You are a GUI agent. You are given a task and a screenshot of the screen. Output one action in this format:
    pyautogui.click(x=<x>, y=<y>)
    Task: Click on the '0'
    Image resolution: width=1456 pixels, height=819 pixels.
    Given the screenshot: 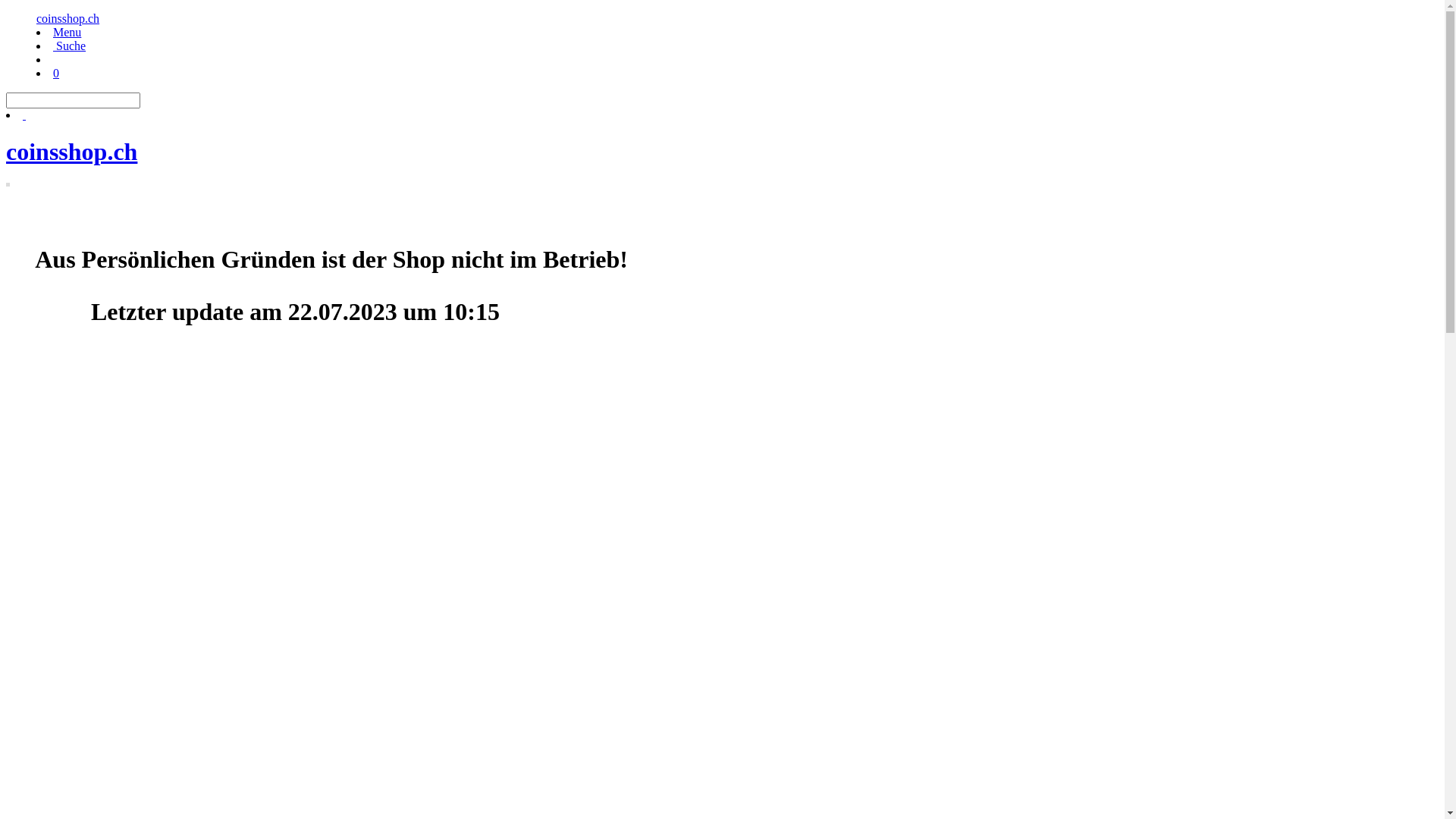 What is the action you would take?
    pyautogui.click(x=55, y=73)
    